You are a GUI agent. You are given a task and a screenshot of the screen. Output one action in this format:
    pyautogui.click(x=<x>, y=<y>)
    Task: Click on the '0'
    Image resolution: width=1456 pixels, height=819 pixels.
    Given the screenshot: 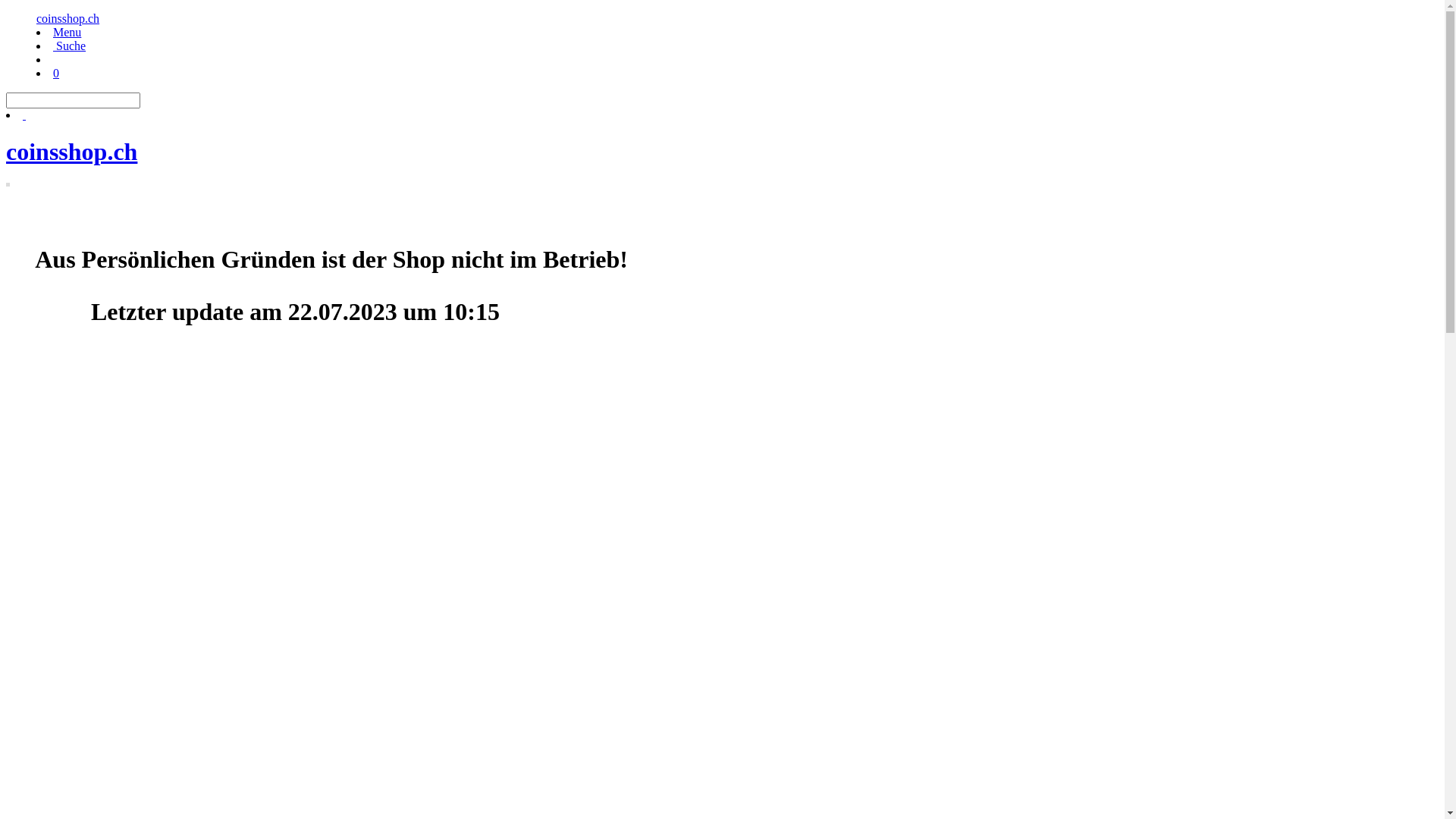 What is the action you would take?
    pyautogui.click(x=55, y=73)
    